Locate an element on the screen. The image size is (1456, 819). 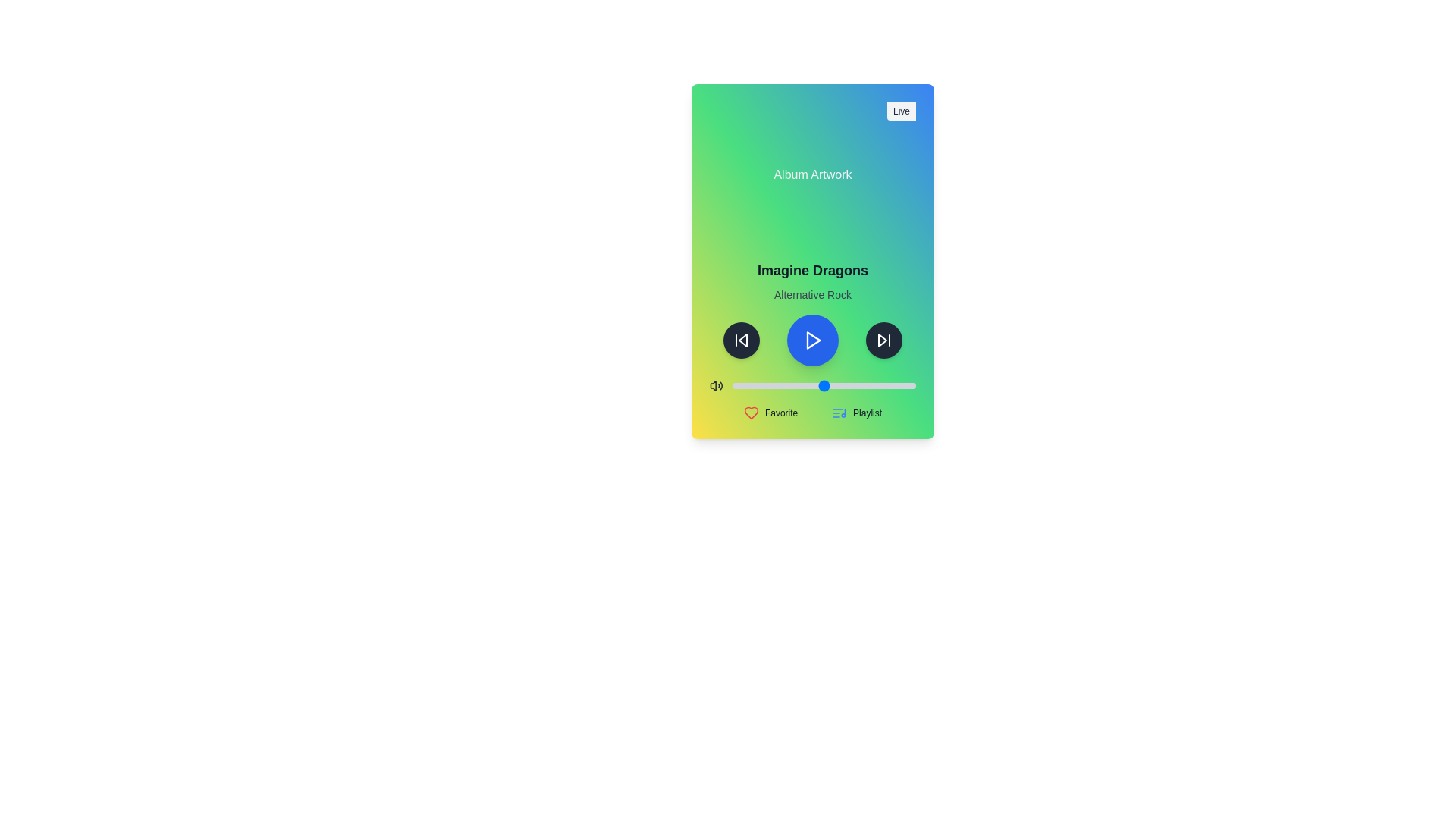
the leftmost circular button with a dark gray background and a white 'skip back' icon to skip back to the previous track is located at coordinates (742, 339).